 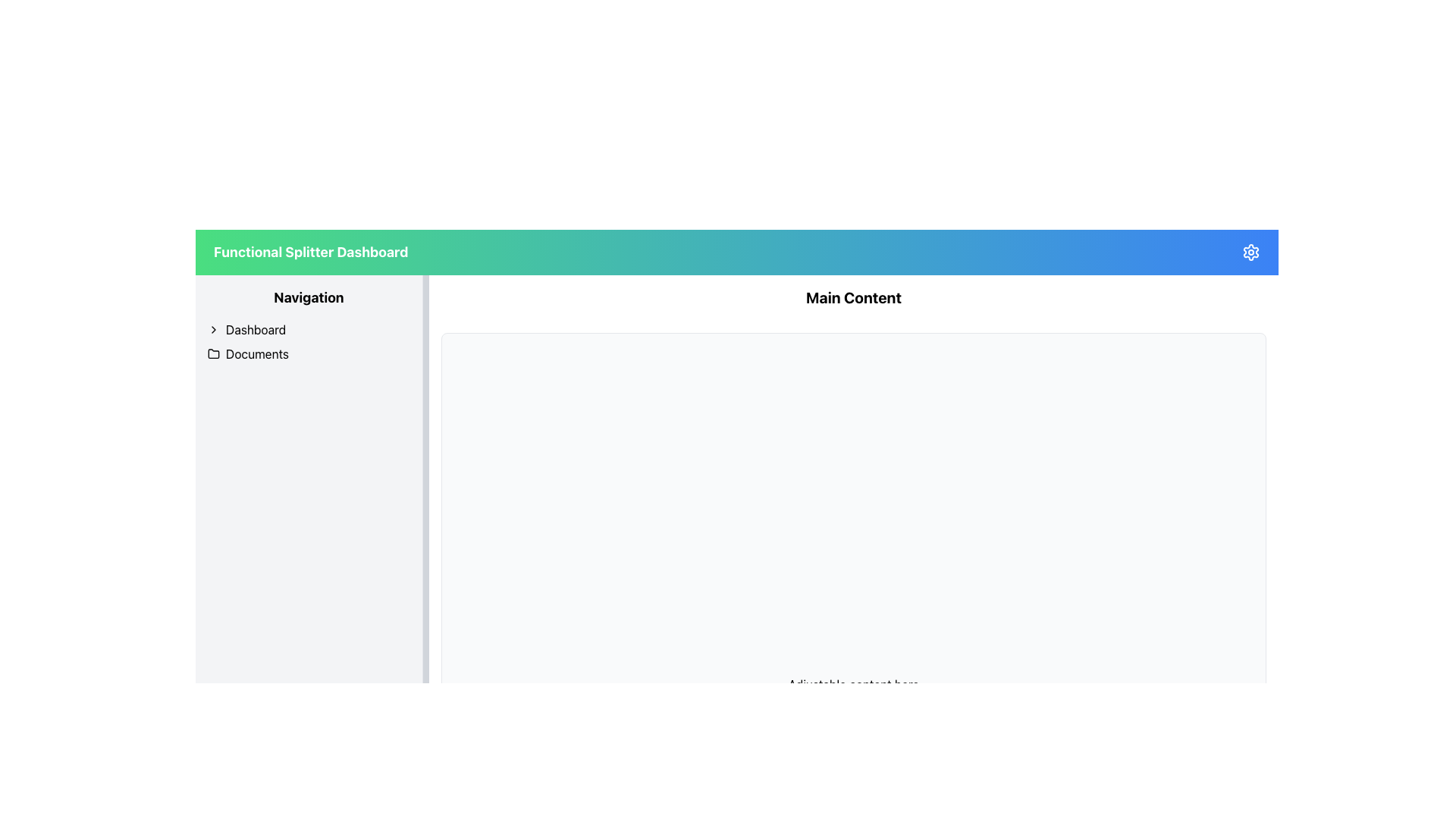 I want to click on the cogwheel-shaped icon in the top right corner of the main interface, so click(x=1251, y=251).